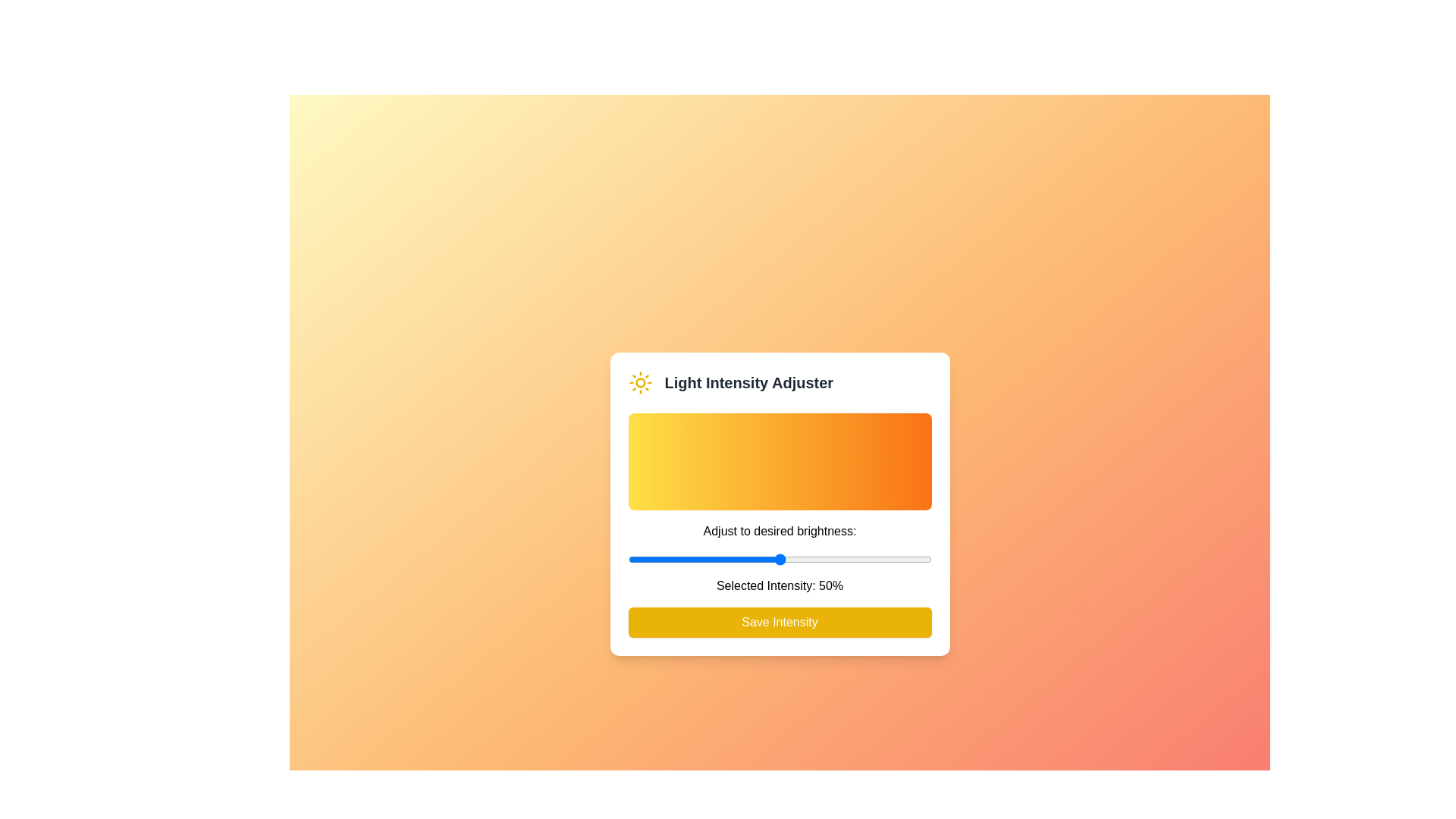 Image resolution: width=1456 pixels, height=819 pixels. I want to click on the light intensity to 22% by dragging the slider, so click(694, 559).